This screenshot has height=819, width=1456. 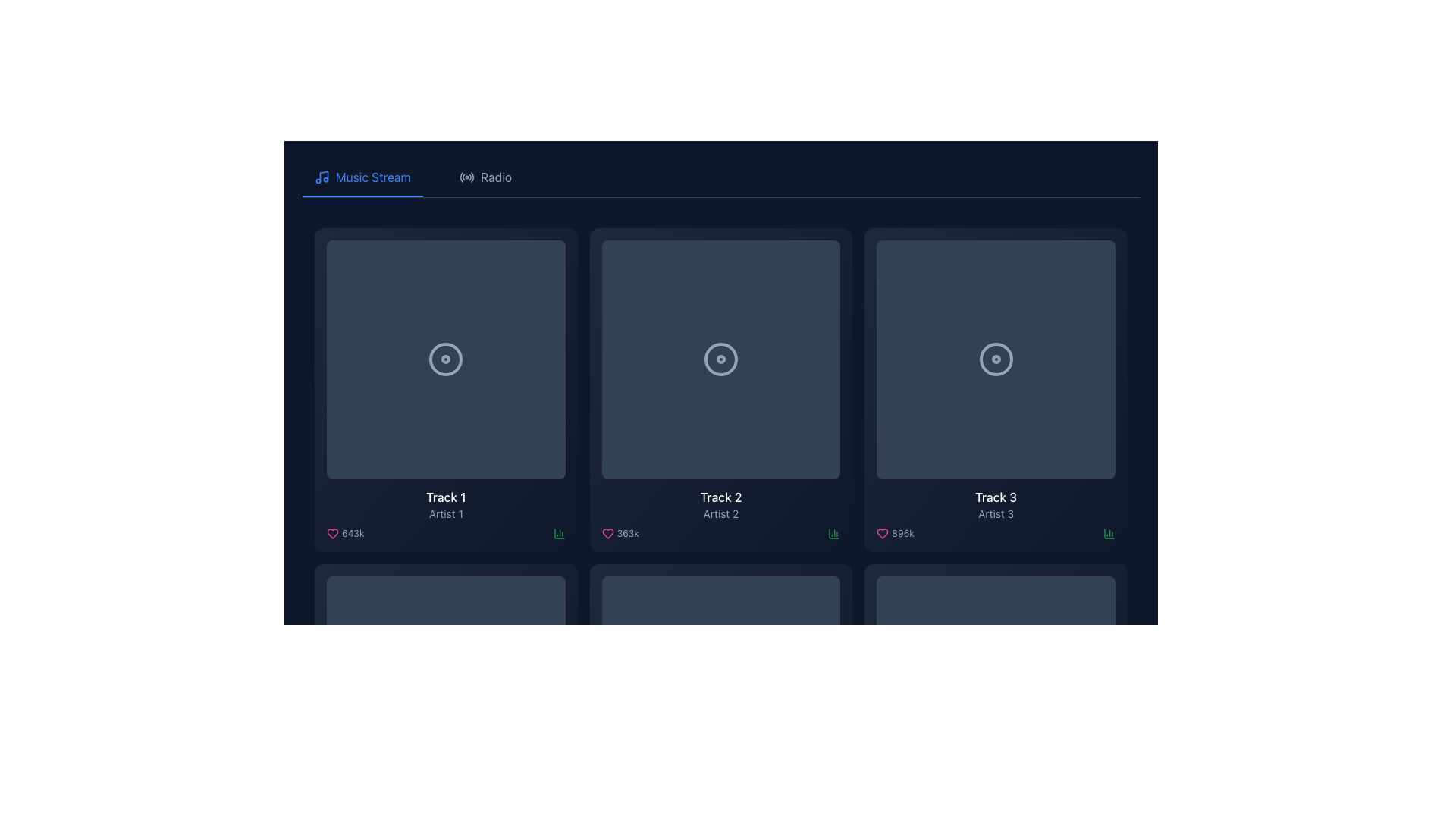 What do you see at coordinates (720, 359) in the screenshot?
I see `the Circular icon located in the second tile of the music track grid, which features two circular outlines and is labeled 'Track 2'` at bounding box center [720, 359].